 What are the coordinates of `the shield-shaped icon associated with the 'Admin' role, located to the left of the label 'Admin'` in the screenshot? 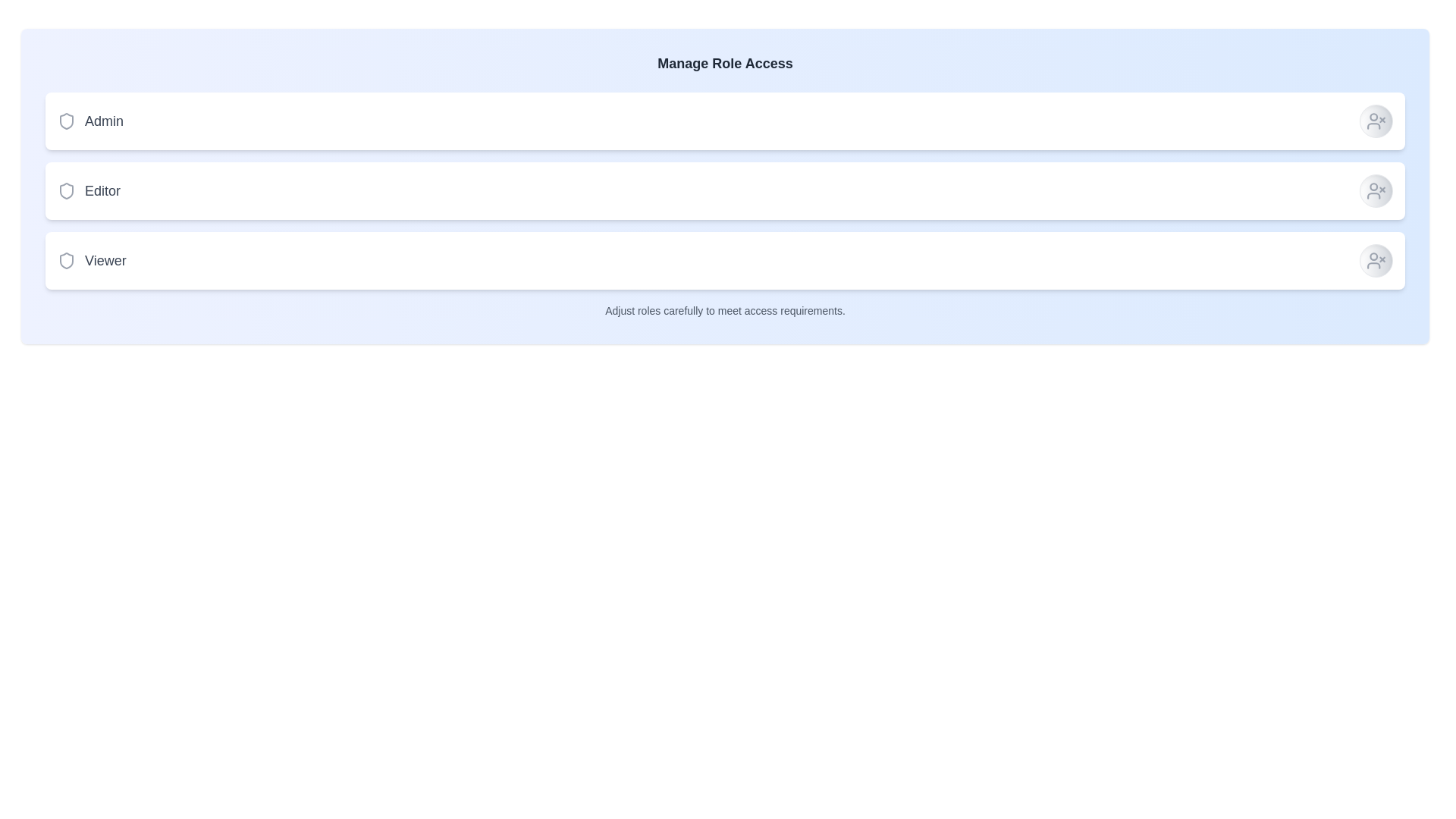 It's located at (65, 120).